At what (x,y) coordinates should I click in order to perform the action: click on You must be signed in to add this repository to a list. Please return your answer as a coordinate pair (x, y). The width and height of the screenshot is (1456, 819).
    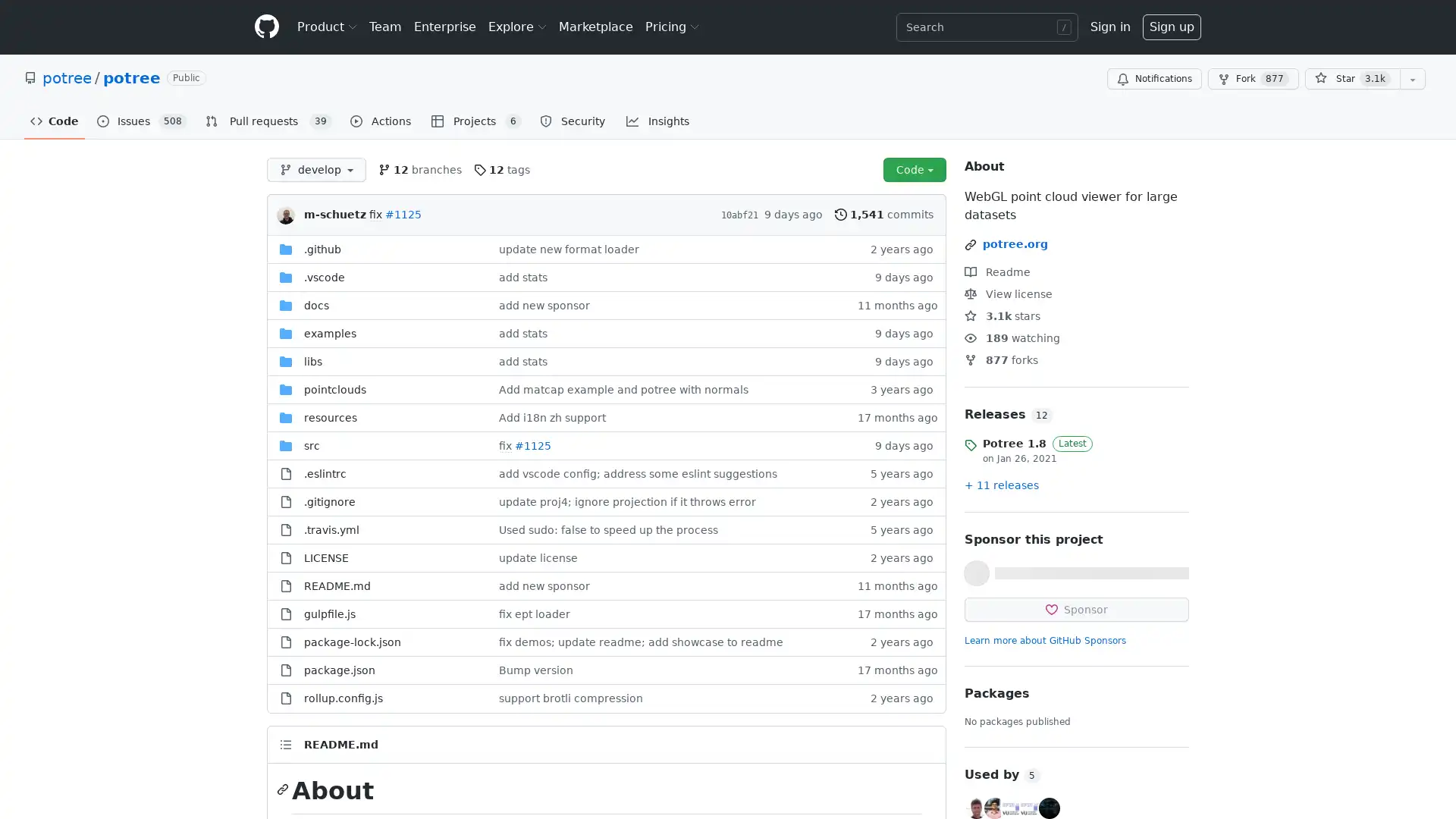
    Looking at the image, I should click on (1418, 79).